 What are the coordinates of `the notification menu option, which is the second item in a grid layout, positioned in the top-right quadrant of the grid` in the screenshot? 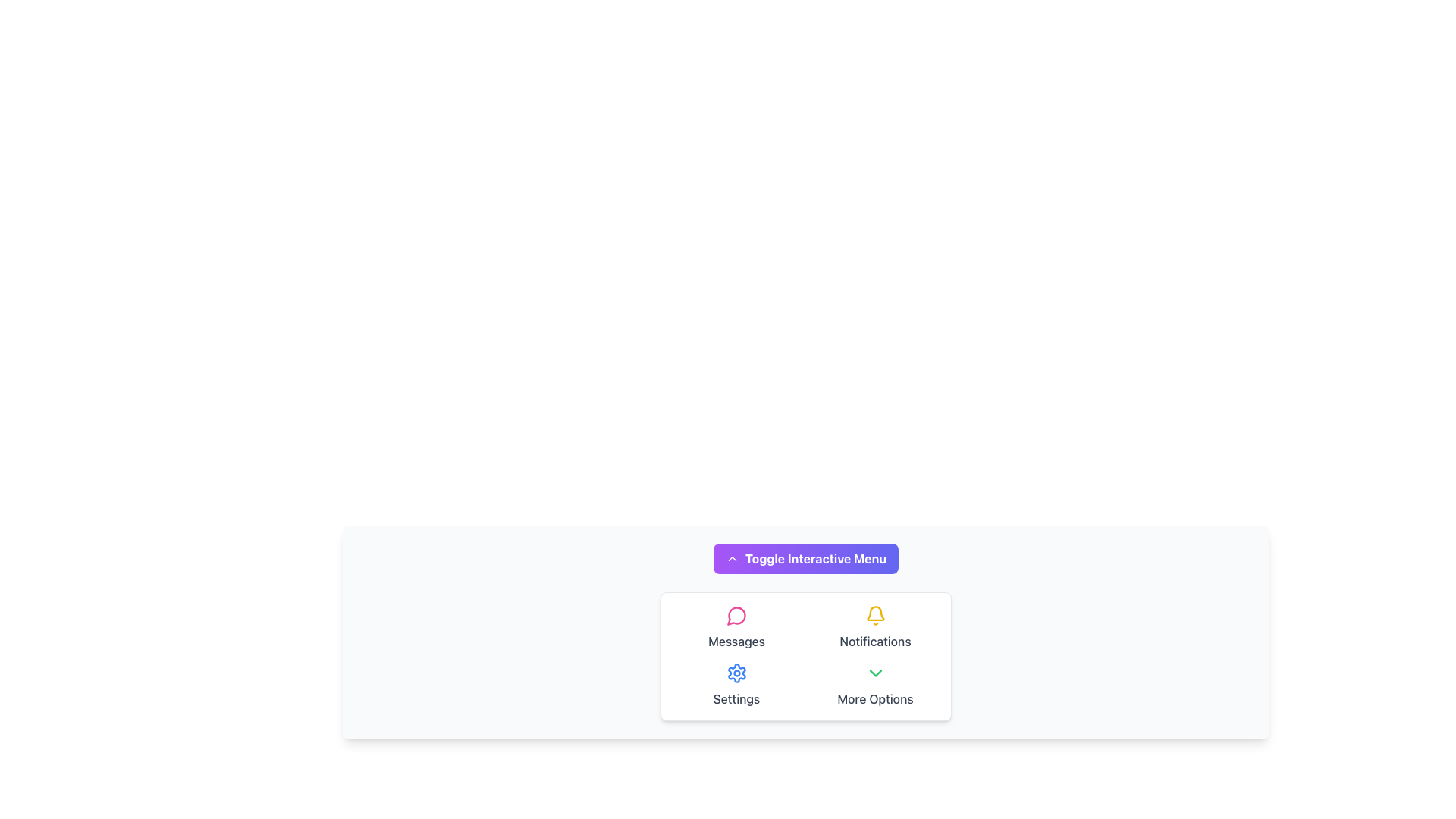 It's located at (875, 628).